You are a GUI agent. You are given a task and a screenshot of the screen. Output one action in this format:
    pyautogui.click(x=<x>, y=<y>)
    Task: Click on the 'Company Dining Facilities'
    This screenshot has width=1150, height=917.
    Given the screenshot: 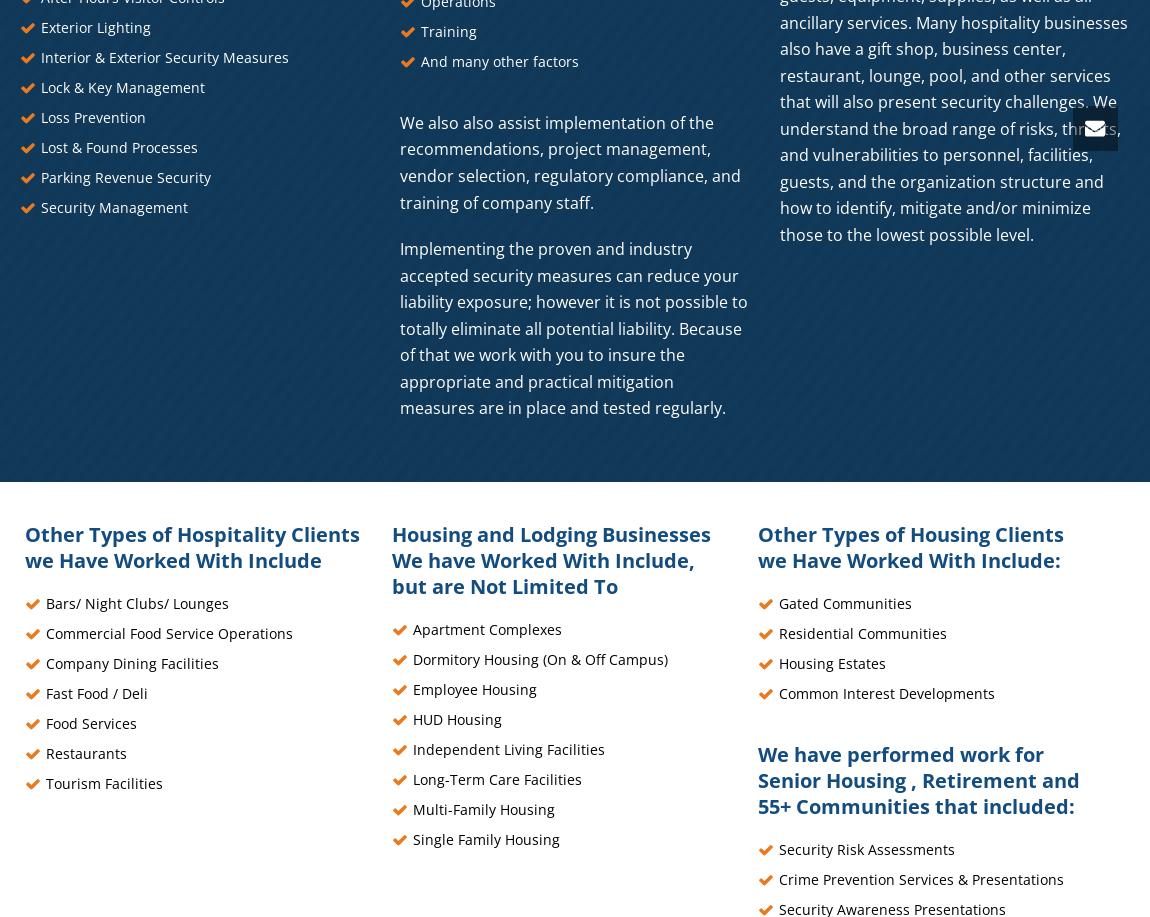 What is the action you would take?
    pyautogui.click(x=131, y=662)
    